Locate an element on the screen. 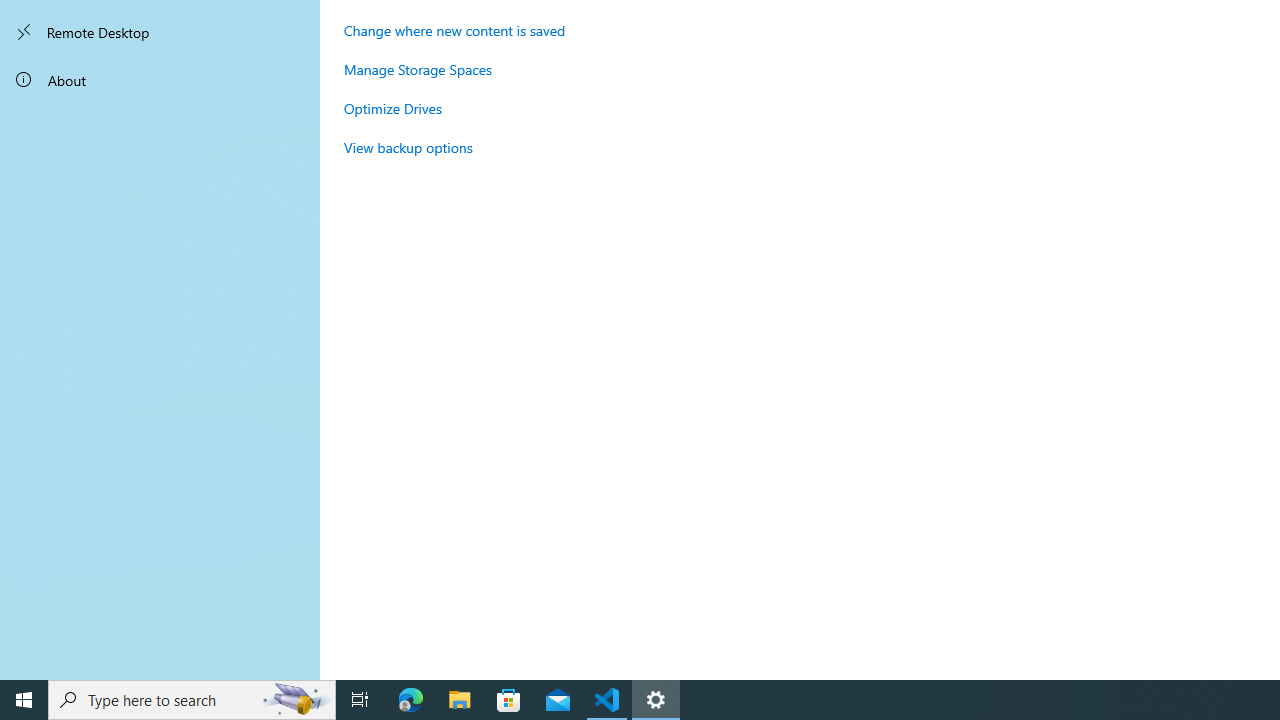 The width and height of the screenshot is (1280, 720). 'Type here to search' is located at coordinates (192, 698).